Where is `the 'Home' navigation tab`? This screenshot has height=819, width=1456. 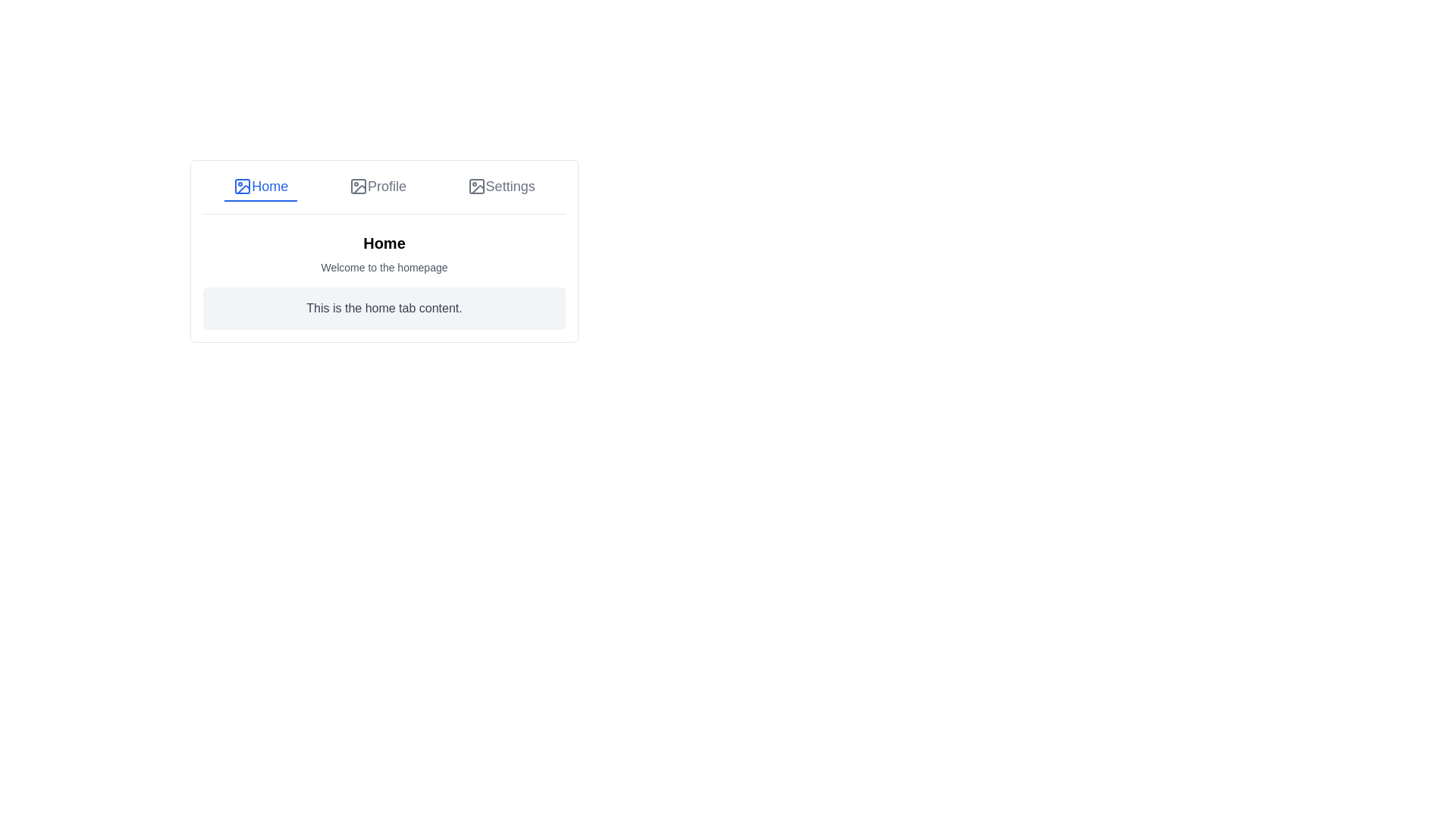 the 'Home' navigation tab is located at coordinates (261, 186).